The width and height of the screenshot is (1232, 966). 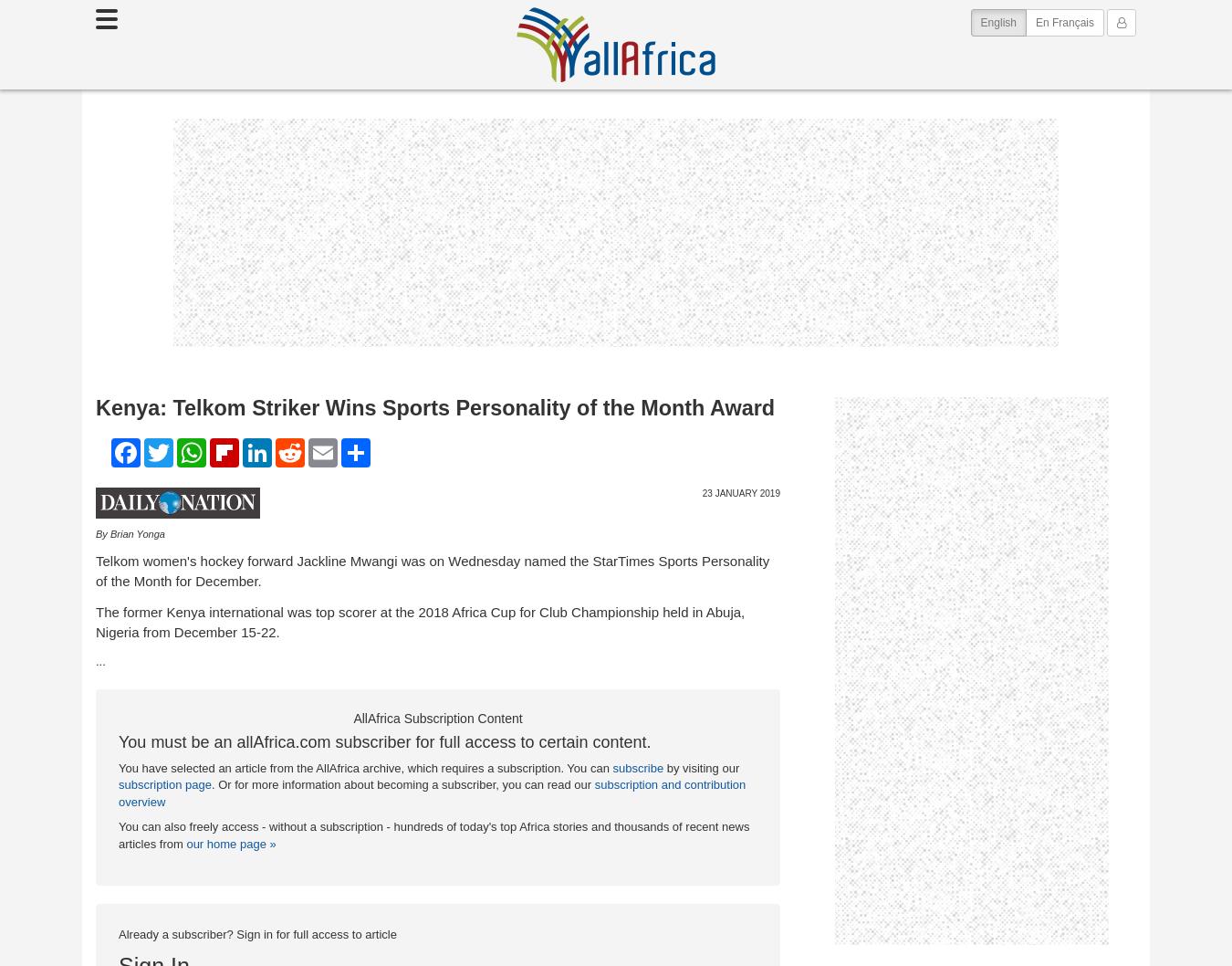 I want to click on 'Telkom women's hockey forward Jackline Mwangi was on Wednesday named the StarTimes Sports Personality of the Month for December.', so click(x=431, y=569).